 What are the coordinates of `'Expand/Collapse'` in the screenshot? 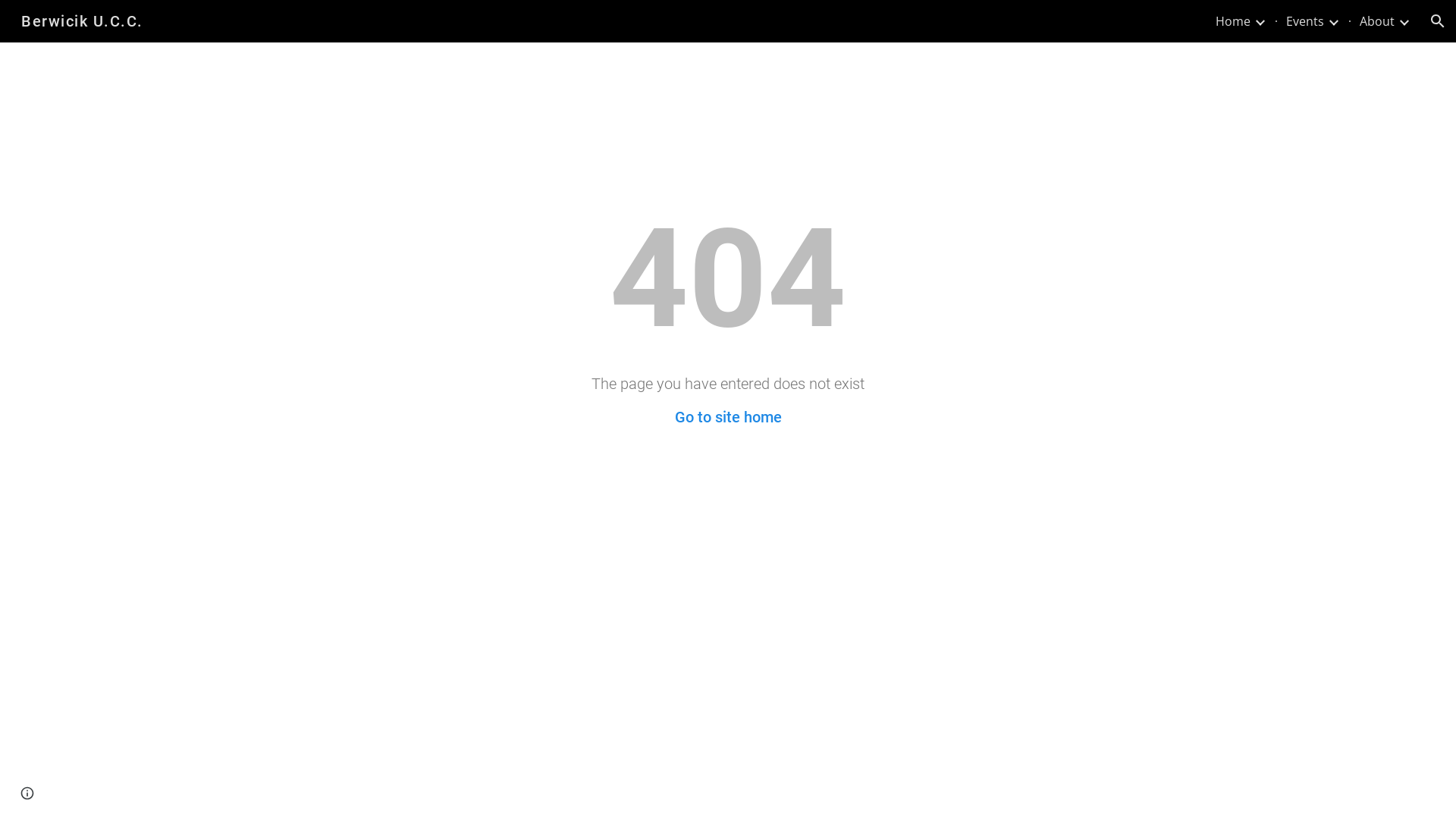 It's located at (1396, 20).